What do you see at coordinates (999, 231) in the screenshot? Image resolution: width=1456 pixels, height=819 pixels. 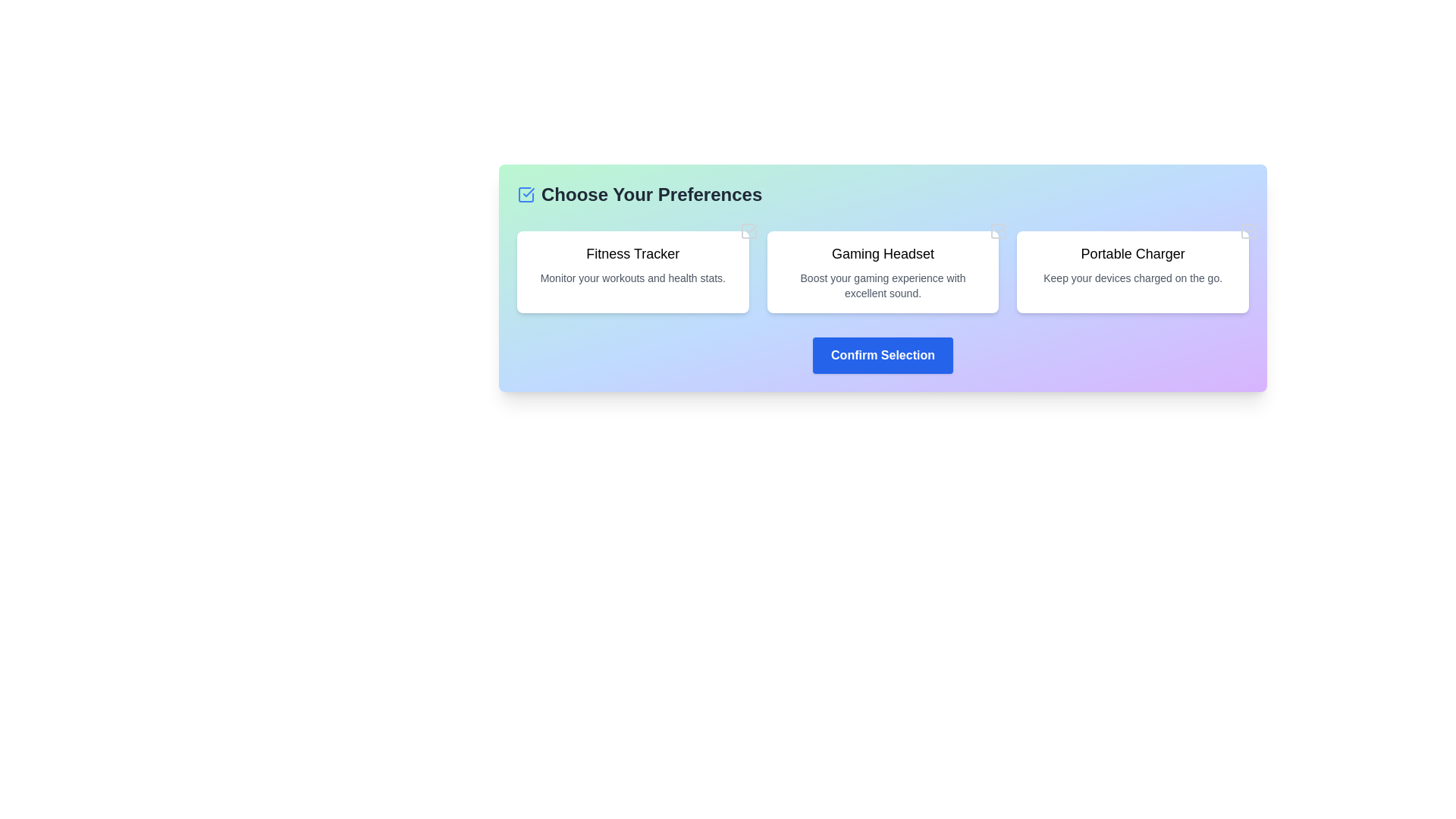 I see `the color change of the SVG Icon in the upper-right corner of the 'Gaming Headset' card when the associated checkbox is selected` at bounding box center [999, 231].